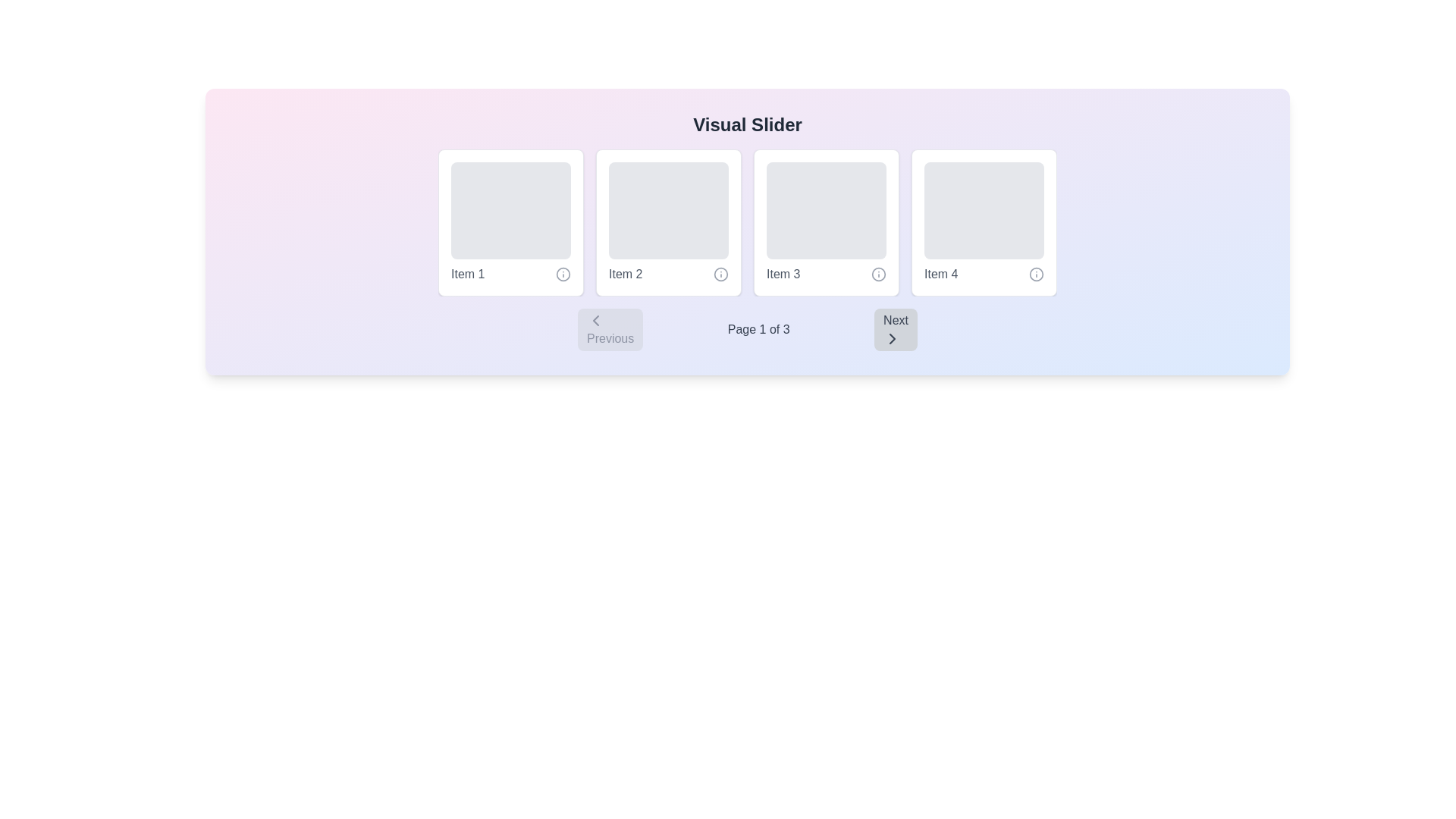 Image resolution: width=1456 pixels, height=819 pixels. I want to click on the informational icon (circular outline) located in the right-bottom quadrant of the interface, associated with 'Item 4', so click(1036, 275).